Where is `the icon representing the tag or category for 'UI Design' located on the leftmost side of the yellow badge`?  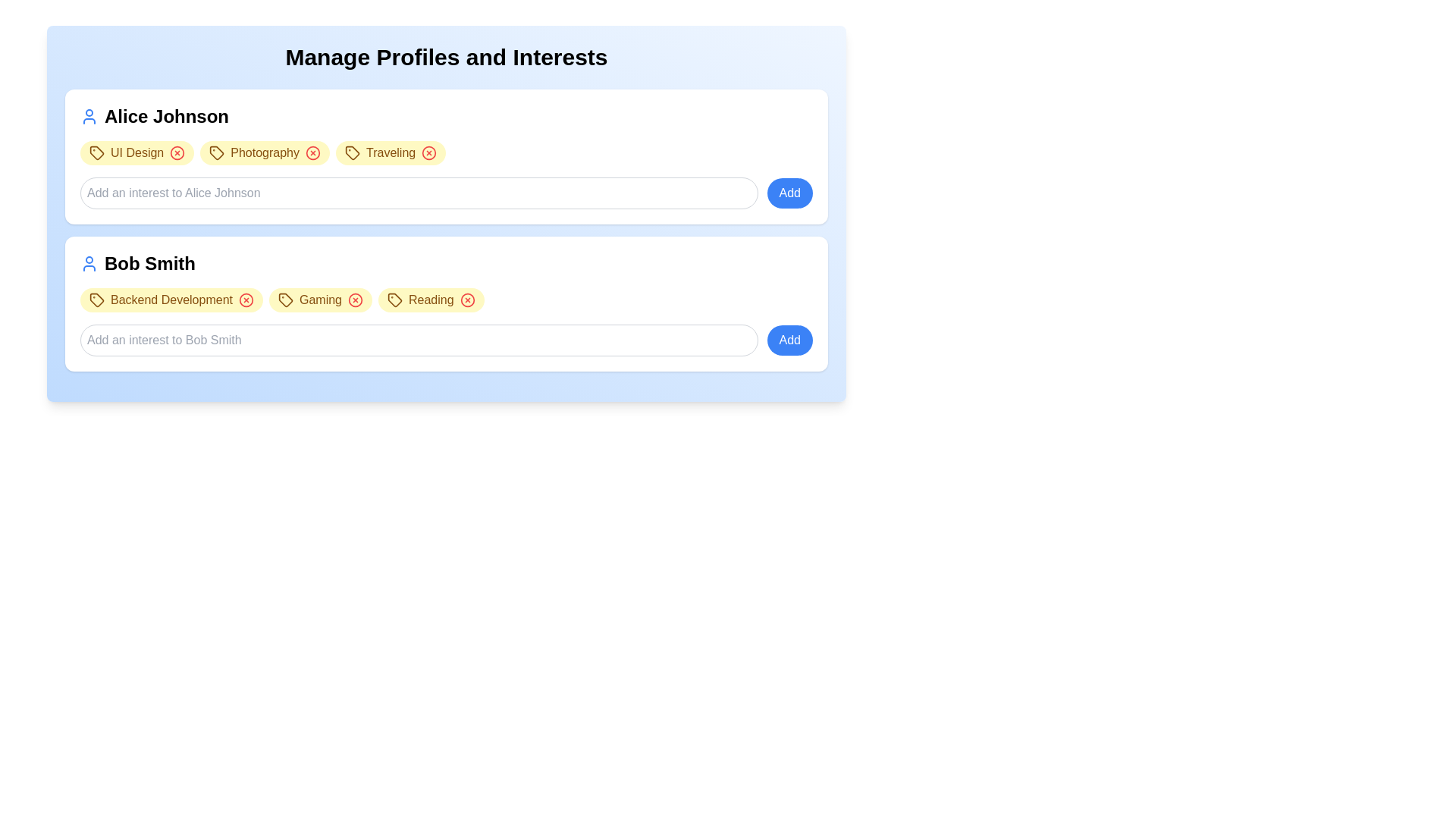 the icon representing the tag or category for 'UI Design' located on the leftmost side of the yellow badge is located at coordinates (96, 152).